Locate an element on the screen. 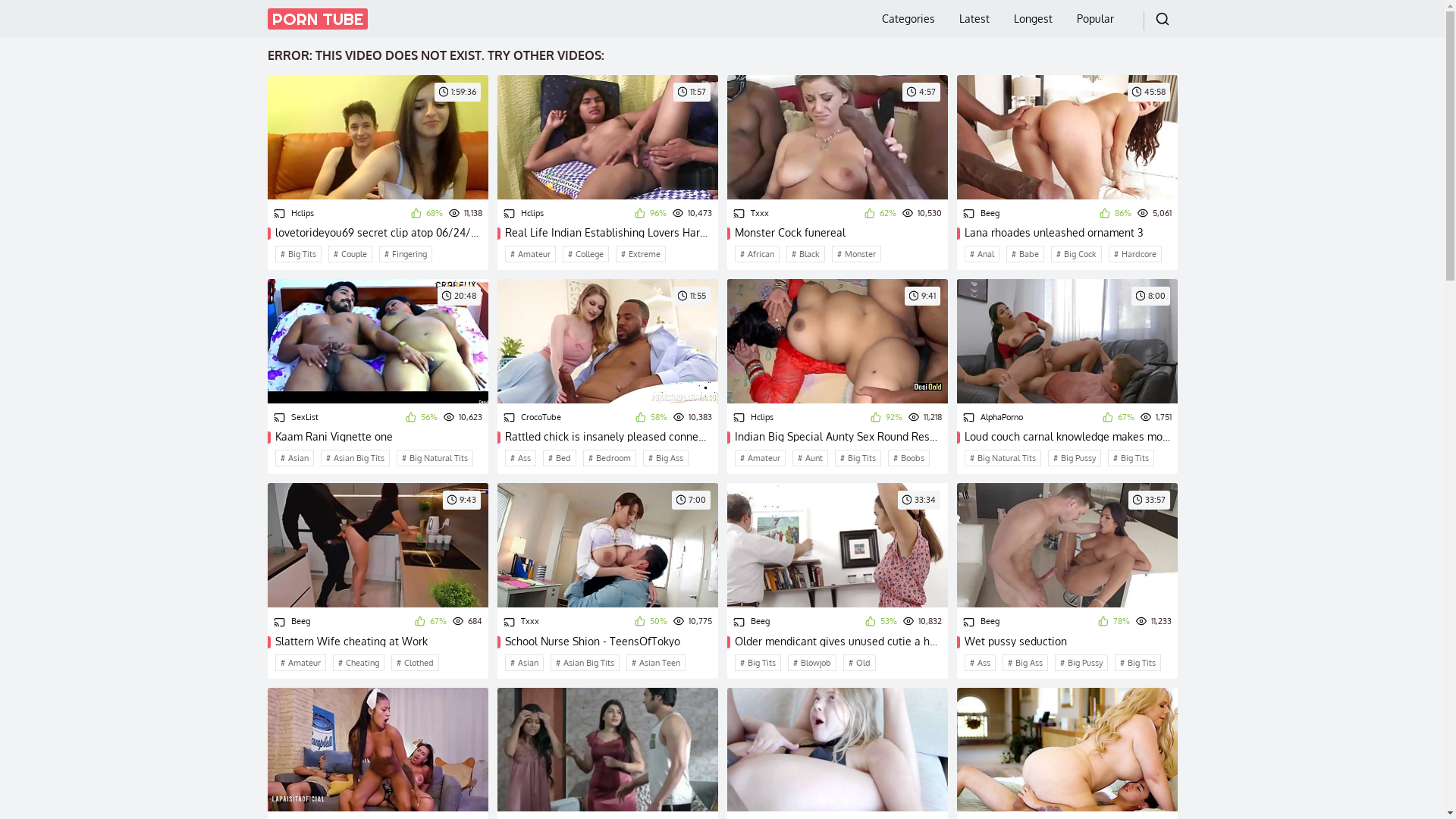  'CrocoTube' is located at coordinates (532, 418).